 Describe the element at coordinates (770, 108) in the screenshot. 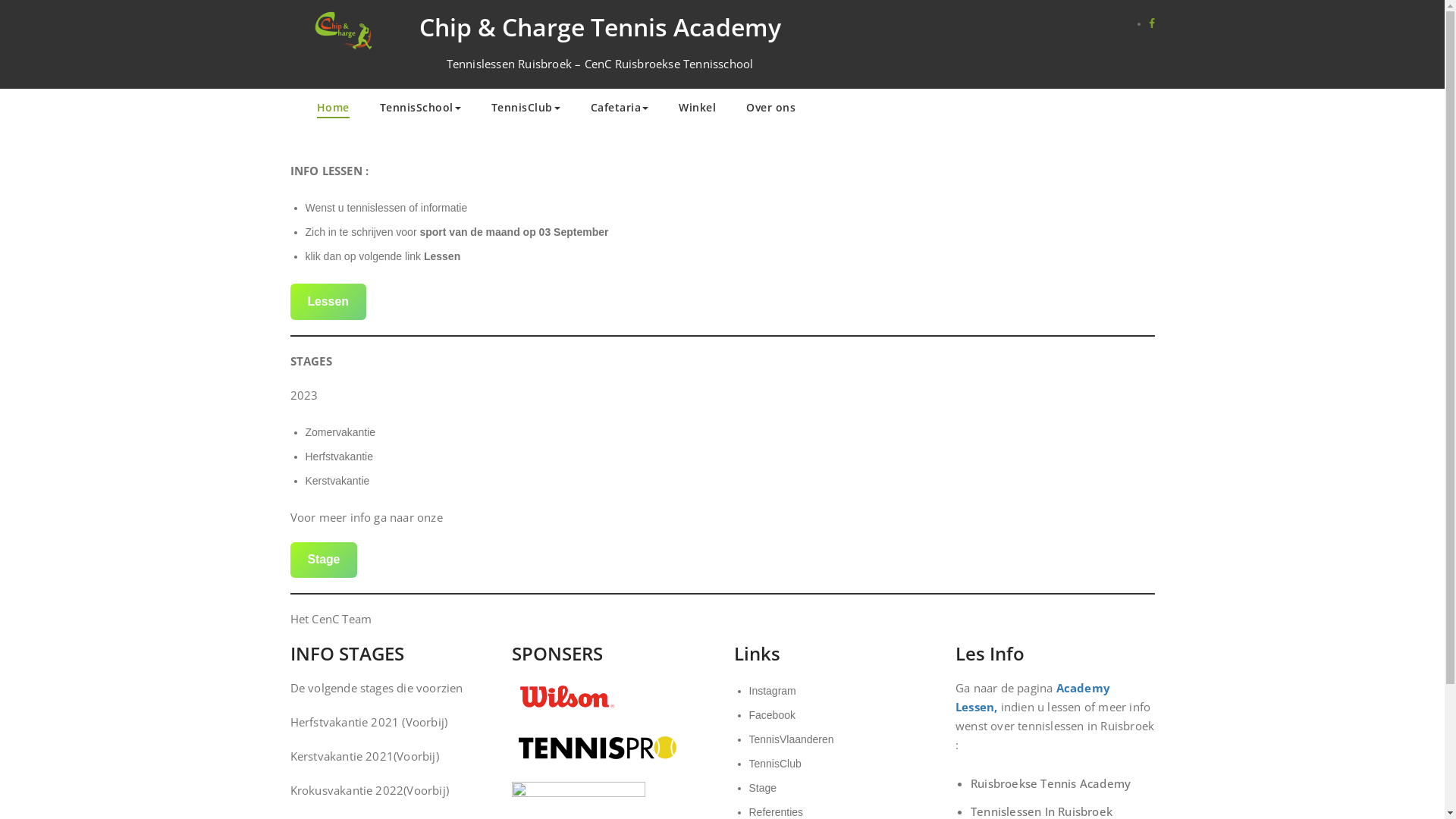

I see `'Over ons'` at that location.